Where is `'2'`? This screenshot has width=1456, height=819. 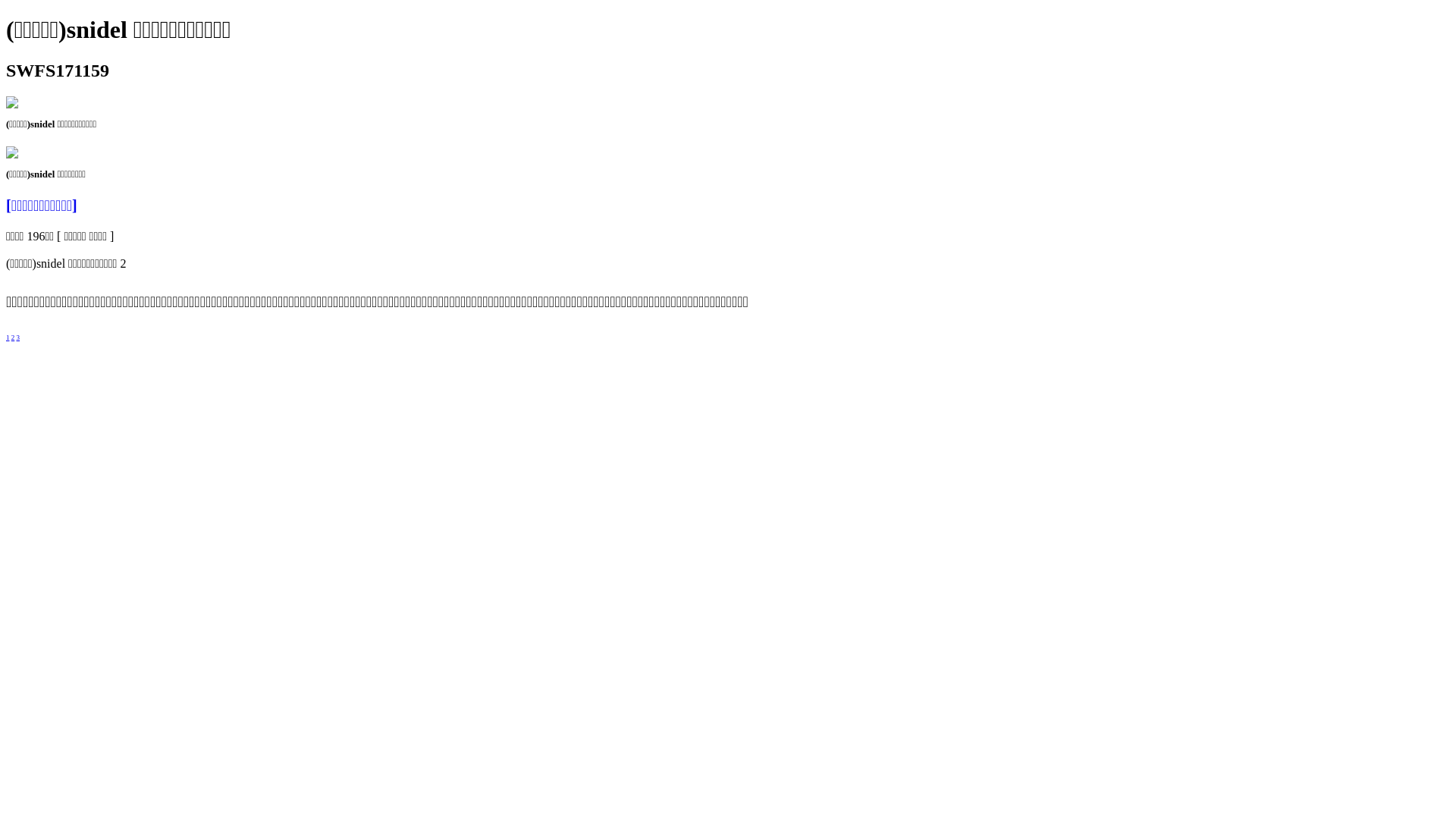 '2' is located at coordinates (11, 336).